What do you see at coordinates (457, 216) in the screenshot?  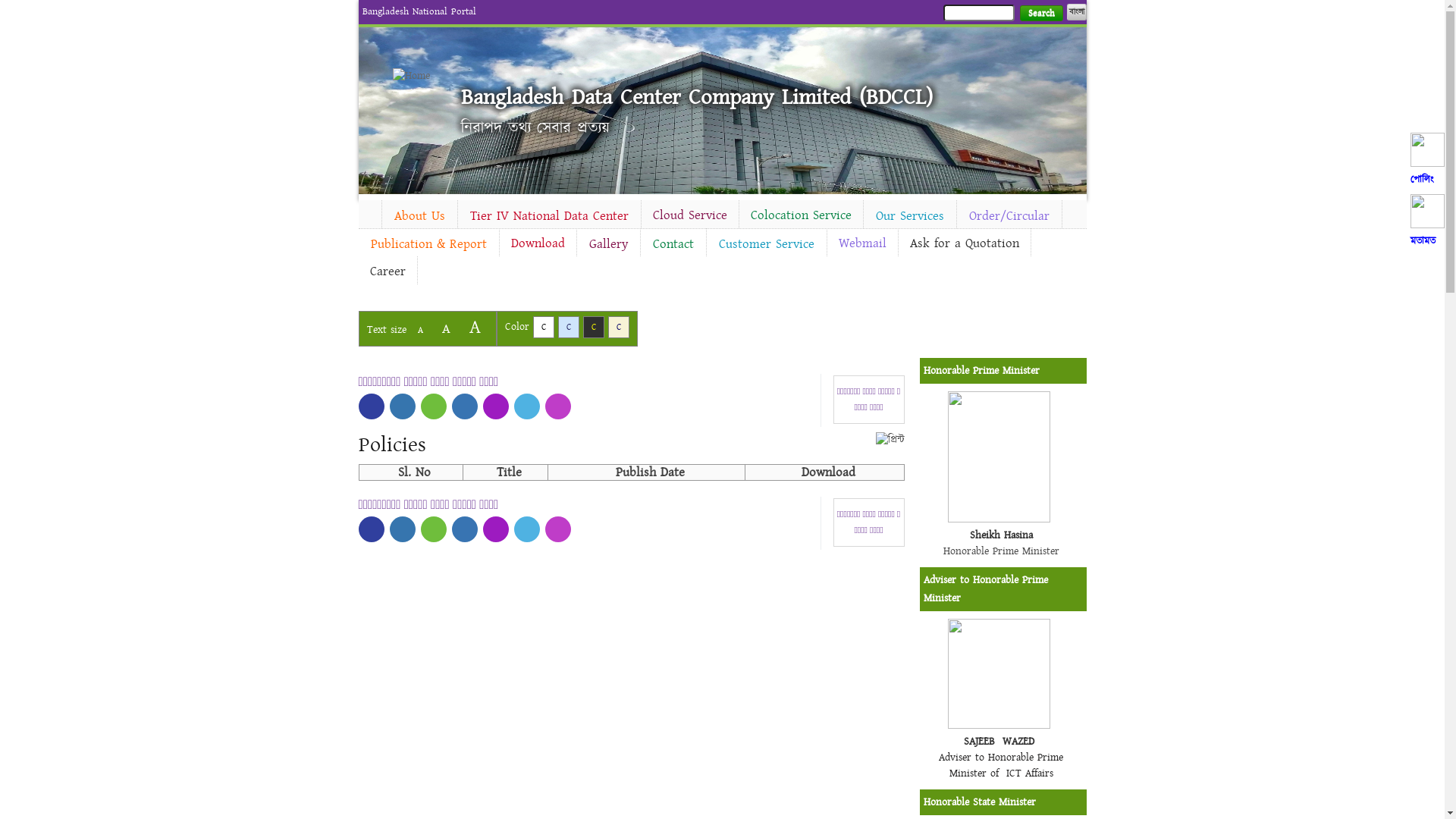 I see `'Tier IV National Data Center'` at bounding box center [457, 216].